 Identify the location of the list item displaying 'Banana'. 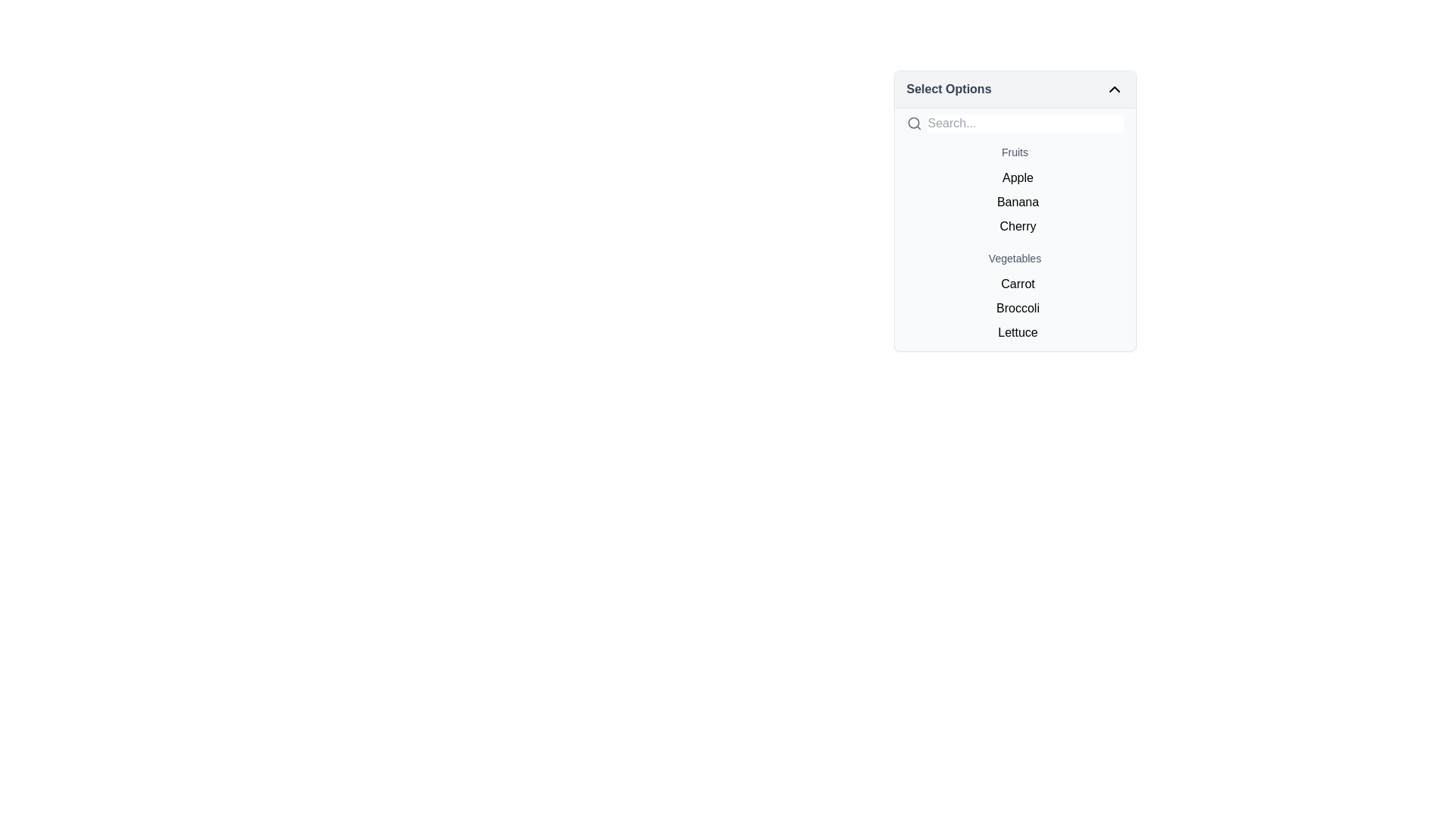
(1018, 201).